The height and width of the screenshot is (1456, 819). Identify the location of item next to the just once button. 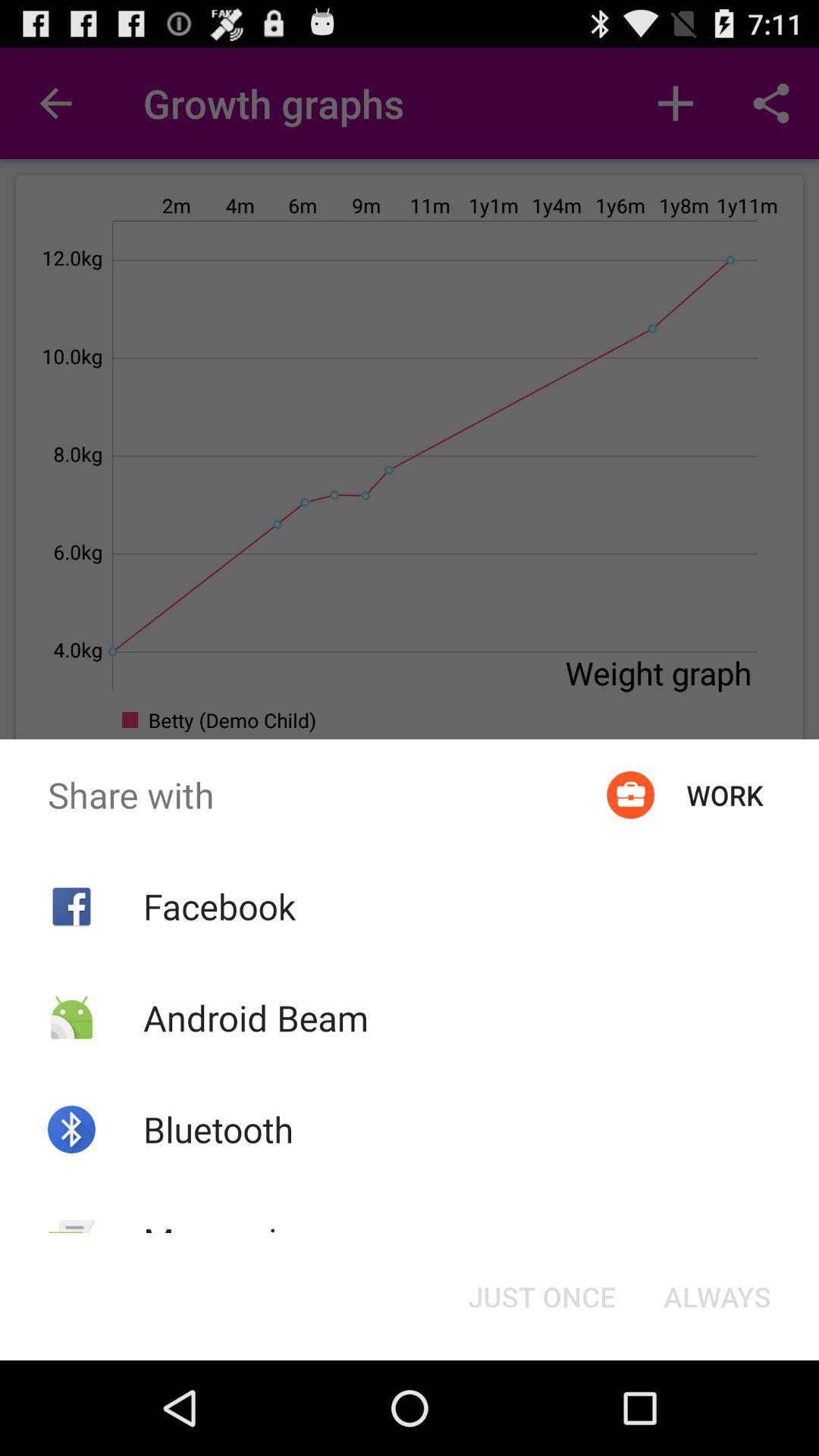
(230, 1241).